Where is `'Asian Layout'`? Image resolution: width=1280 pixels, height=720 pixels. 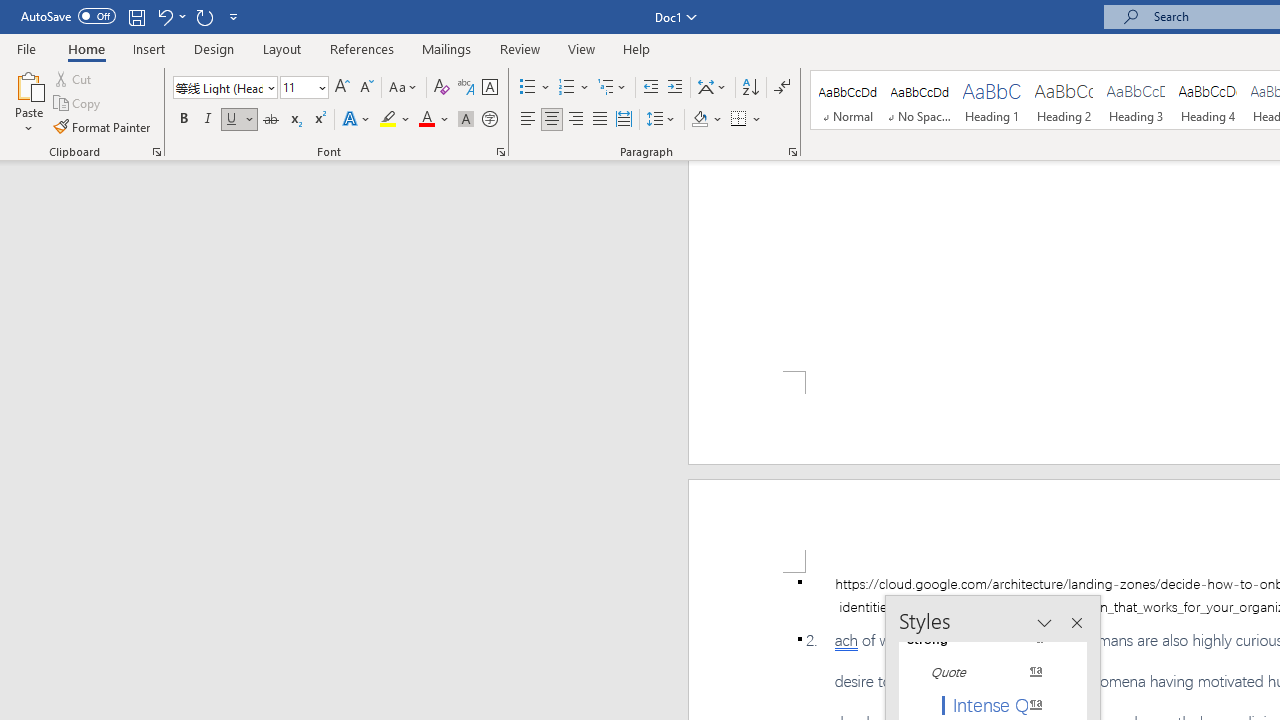 'Asian Layout' is located at coordinates (712, 86).